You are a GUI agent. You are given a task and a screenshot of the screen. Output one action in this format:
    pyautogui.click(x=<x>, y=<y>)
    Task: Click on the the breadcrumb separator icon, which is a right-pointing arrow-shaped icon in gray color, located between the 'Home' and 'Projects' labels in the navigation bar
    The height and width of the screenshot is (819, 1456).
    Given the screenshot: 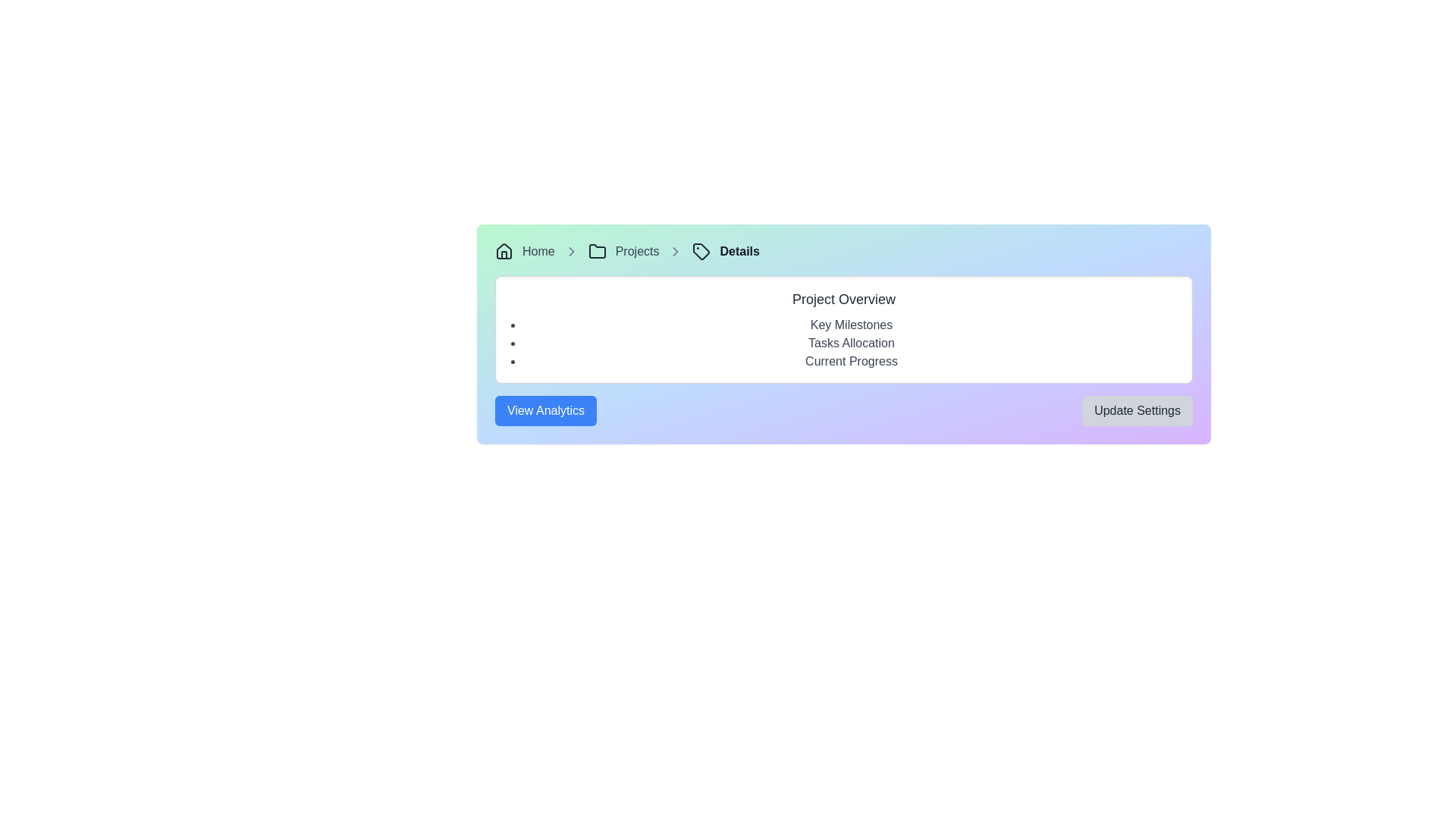 What is the action you would take?
    pyautogui.click(x=570, y=250)
    